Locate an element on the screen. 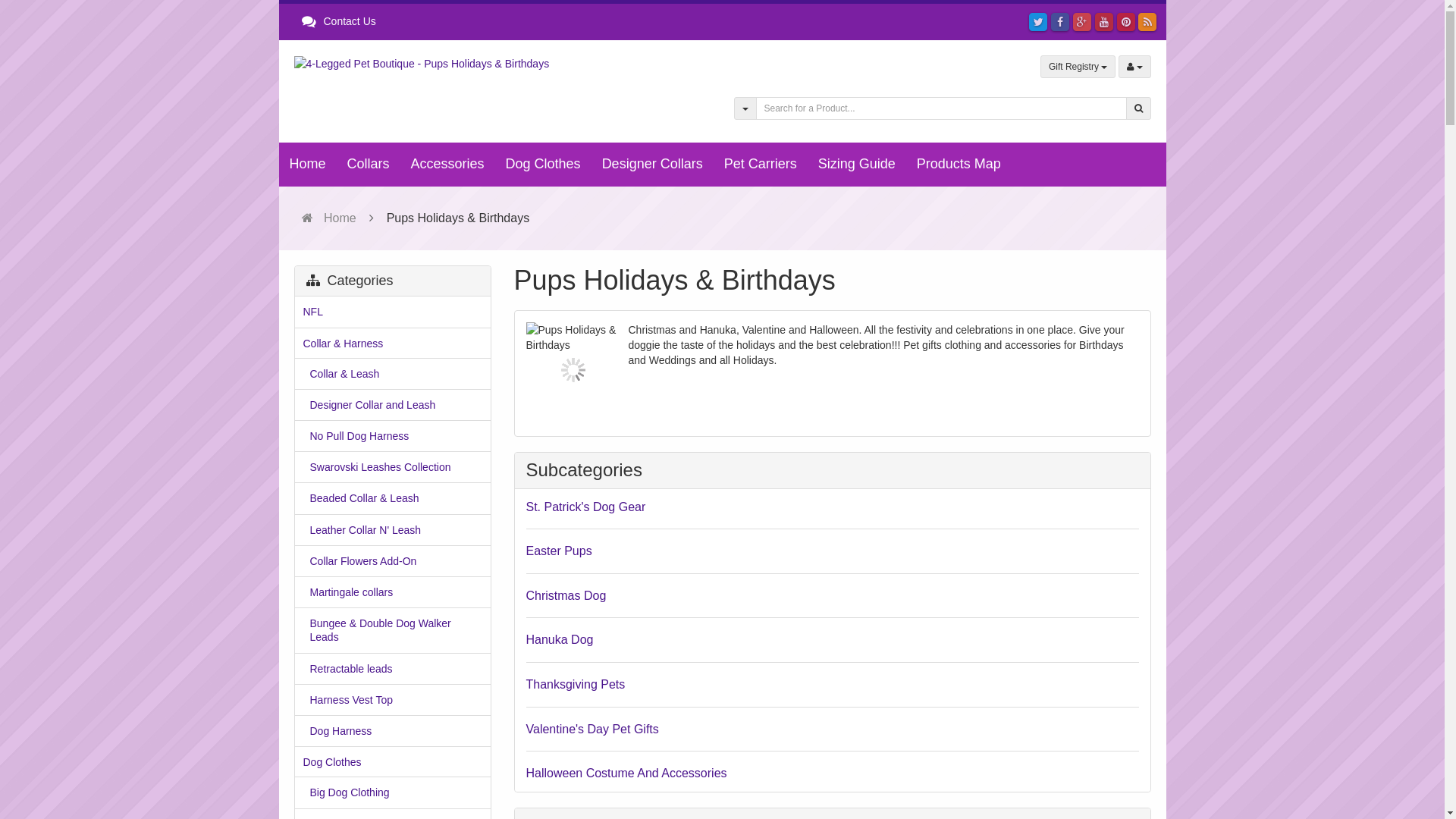 Image resolution: width=1456 pixels, height=819 pixels. 'NFL' is located at coordinates (392, 310).